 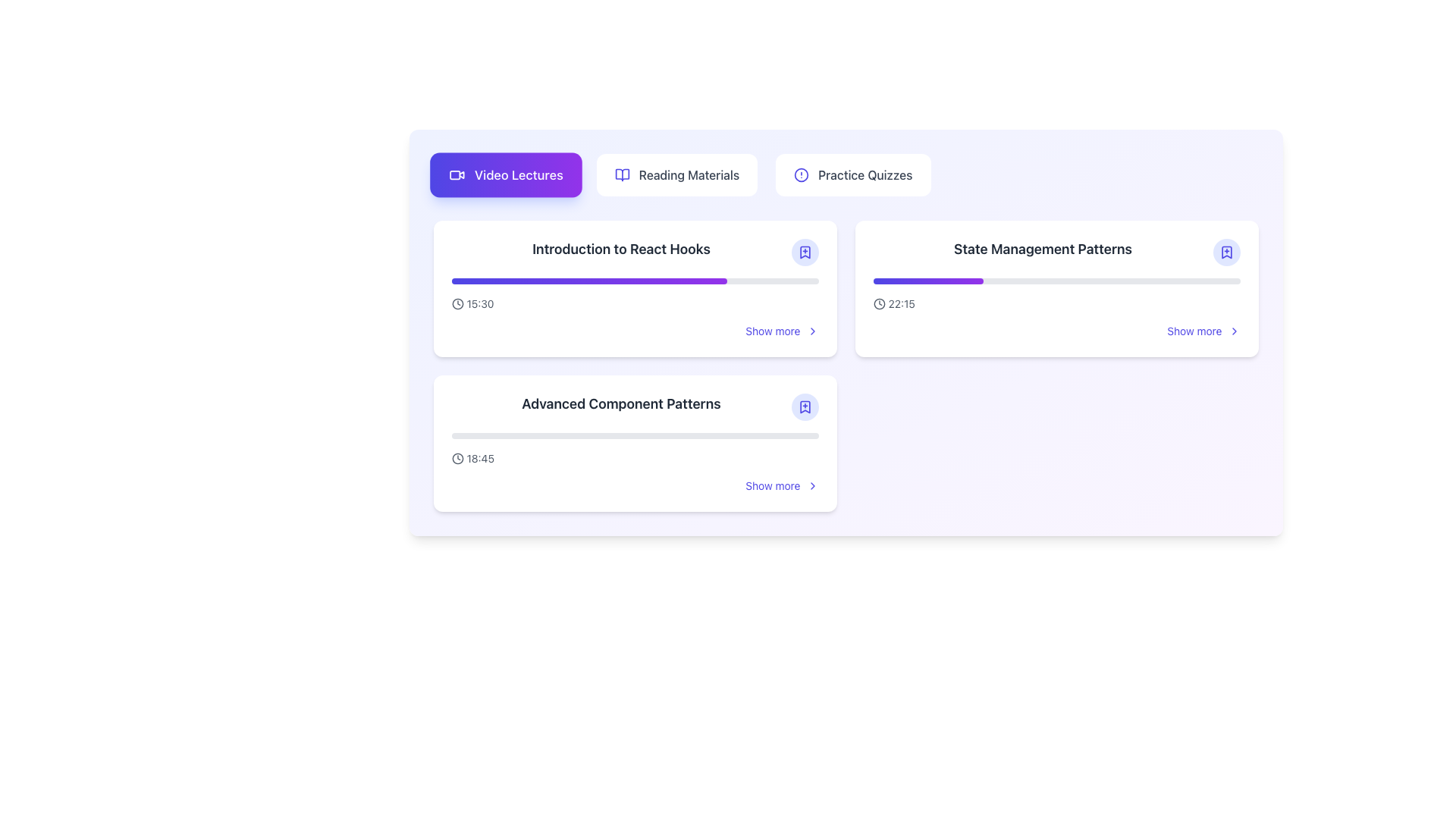 What do you see at coordinates (804, 251) in the screenshot?
I see `the bookmark icon indicating the 'Introduction to React Hooks' section located in the top-left quadrant of the layout` at bounding box center [804, 251].